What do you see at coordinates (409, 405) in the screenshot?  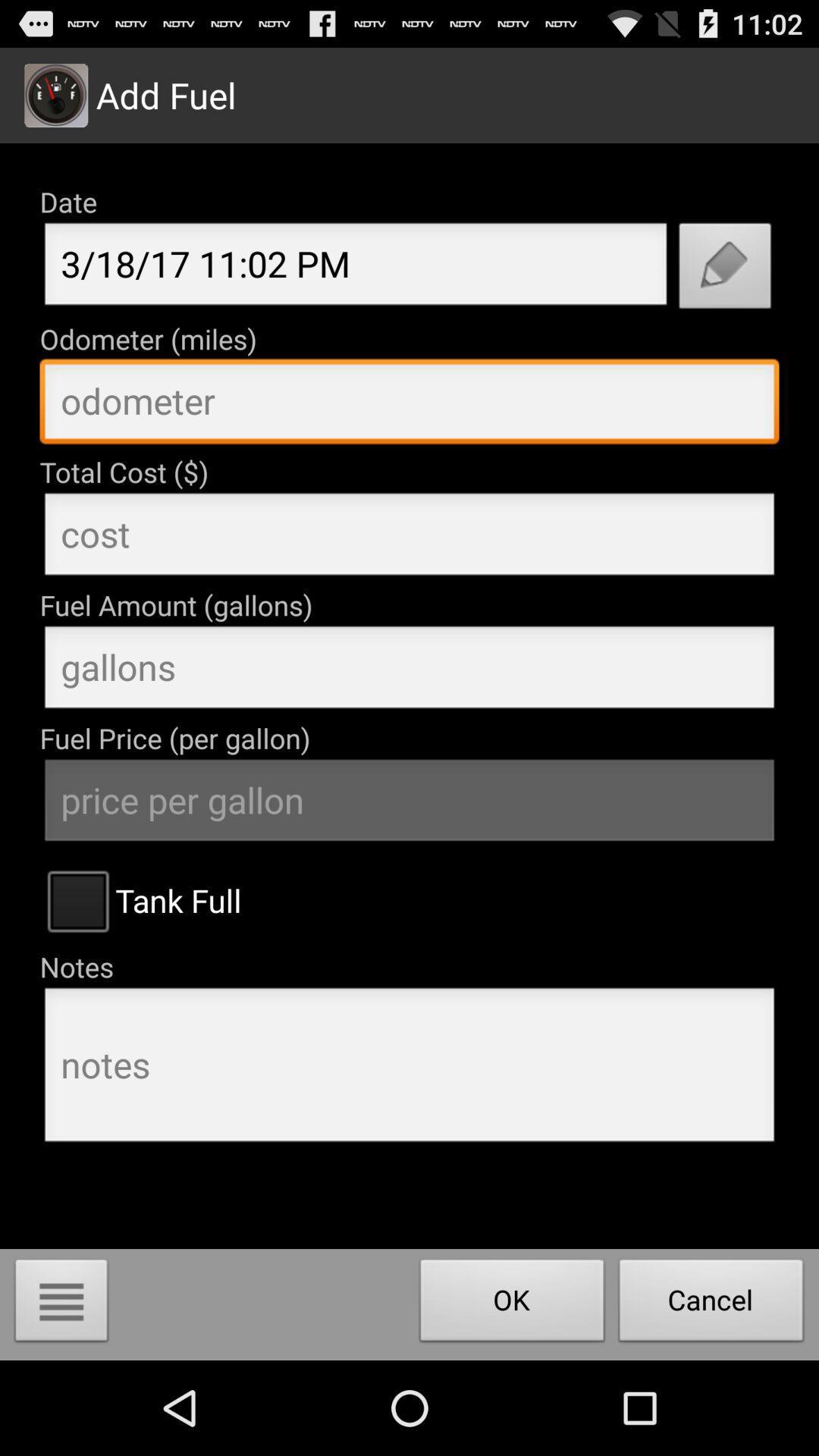 I see `current mileage` at bounding box center [409, 405].